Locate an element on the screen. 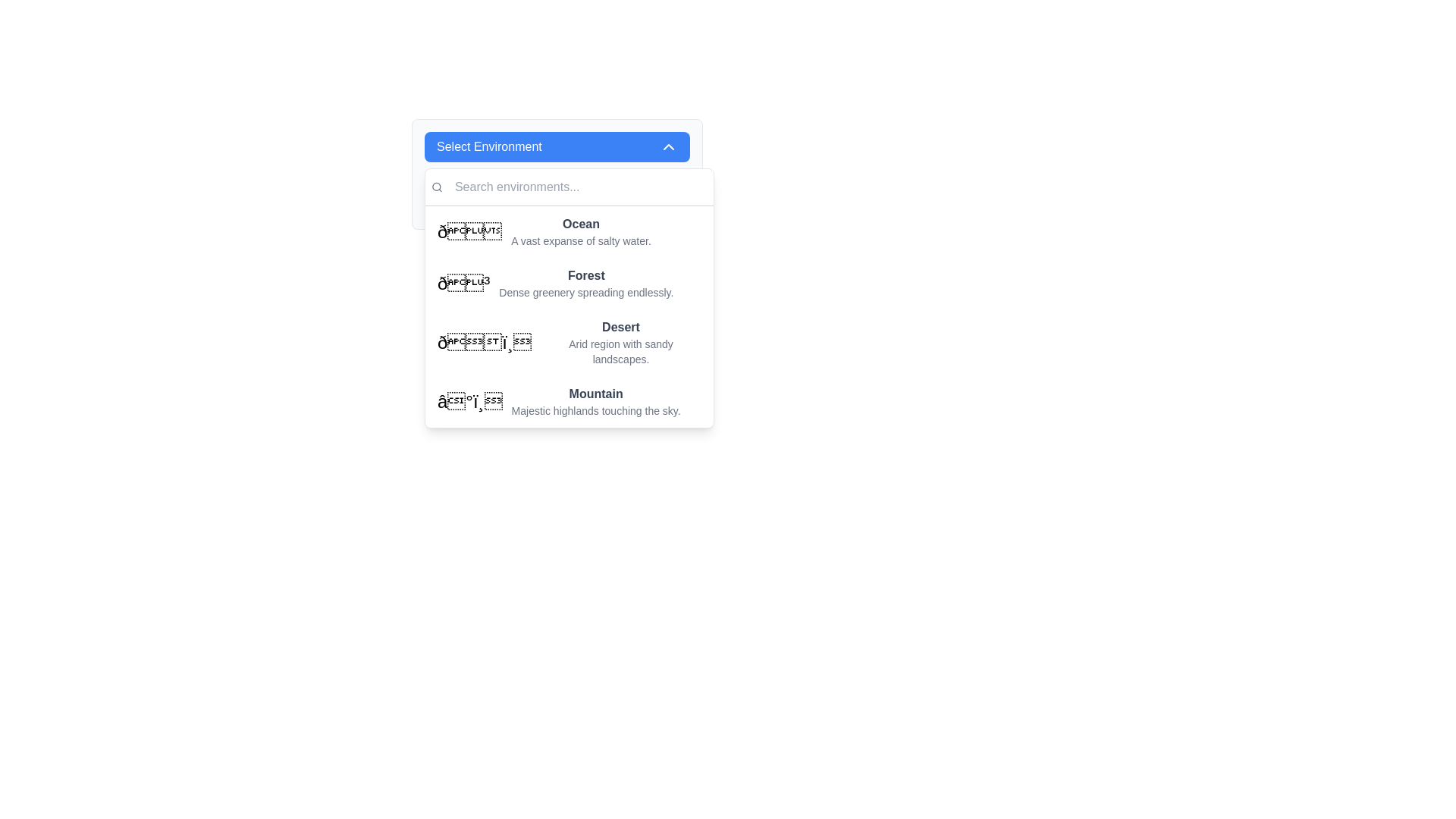  the dropdown list item titled 'Ocean' is located at coordinates (580, 231).